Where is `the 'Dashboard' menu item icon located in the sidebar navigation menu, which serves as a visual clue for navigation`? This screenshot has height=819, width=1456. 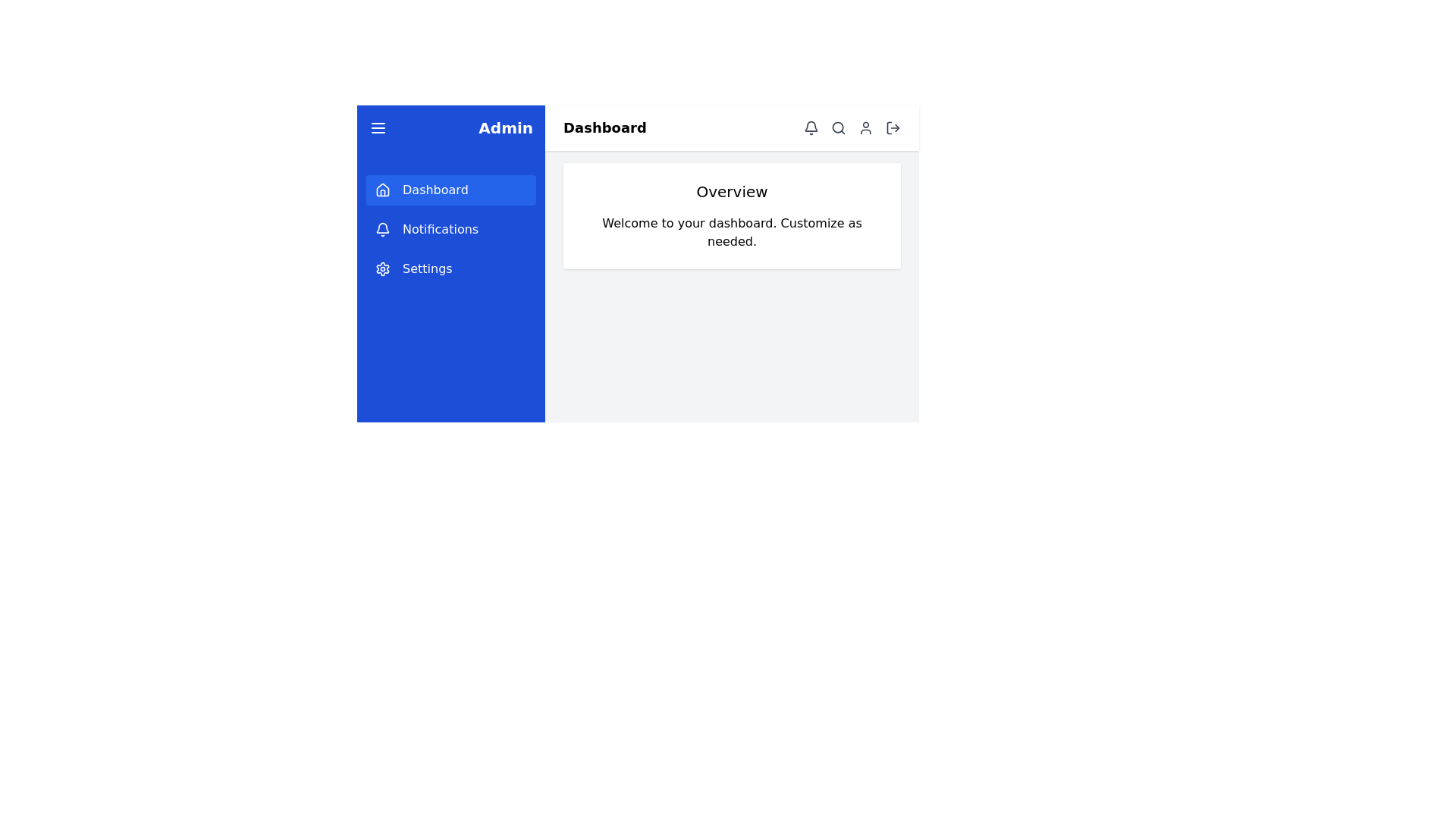
the 'Dashboard' menu item icon located in the sidebar navigation menu, which serves as a visual clue for navigation is located at coordinates (382, 189).